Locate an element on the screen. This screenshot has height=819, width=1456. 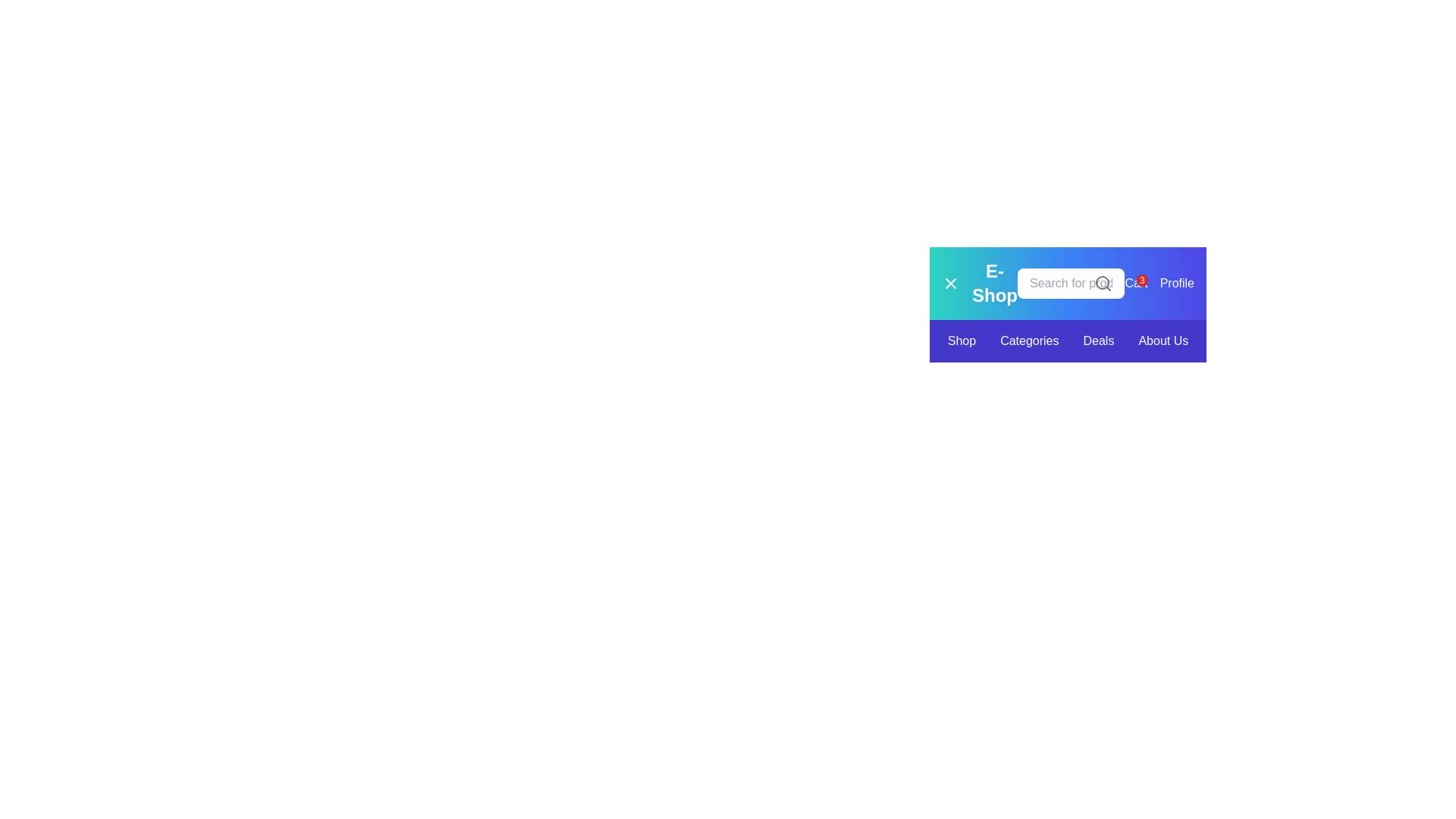
the 'About Us' hyperlink, which is the fourth item in the navigation bar styled with white text on a blue background is located at coordinates (1163, 341).